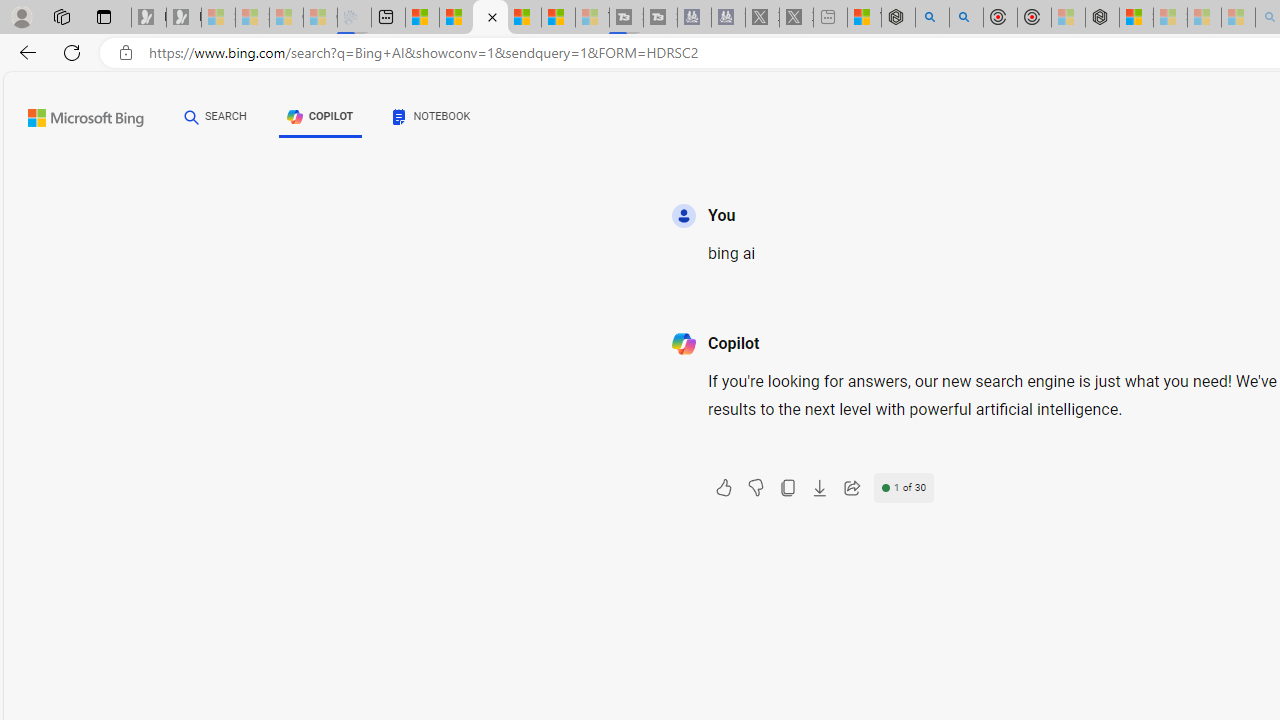 This screenshot has width=1280, height=720. I want to click on 'View site information', so click(125, 52).